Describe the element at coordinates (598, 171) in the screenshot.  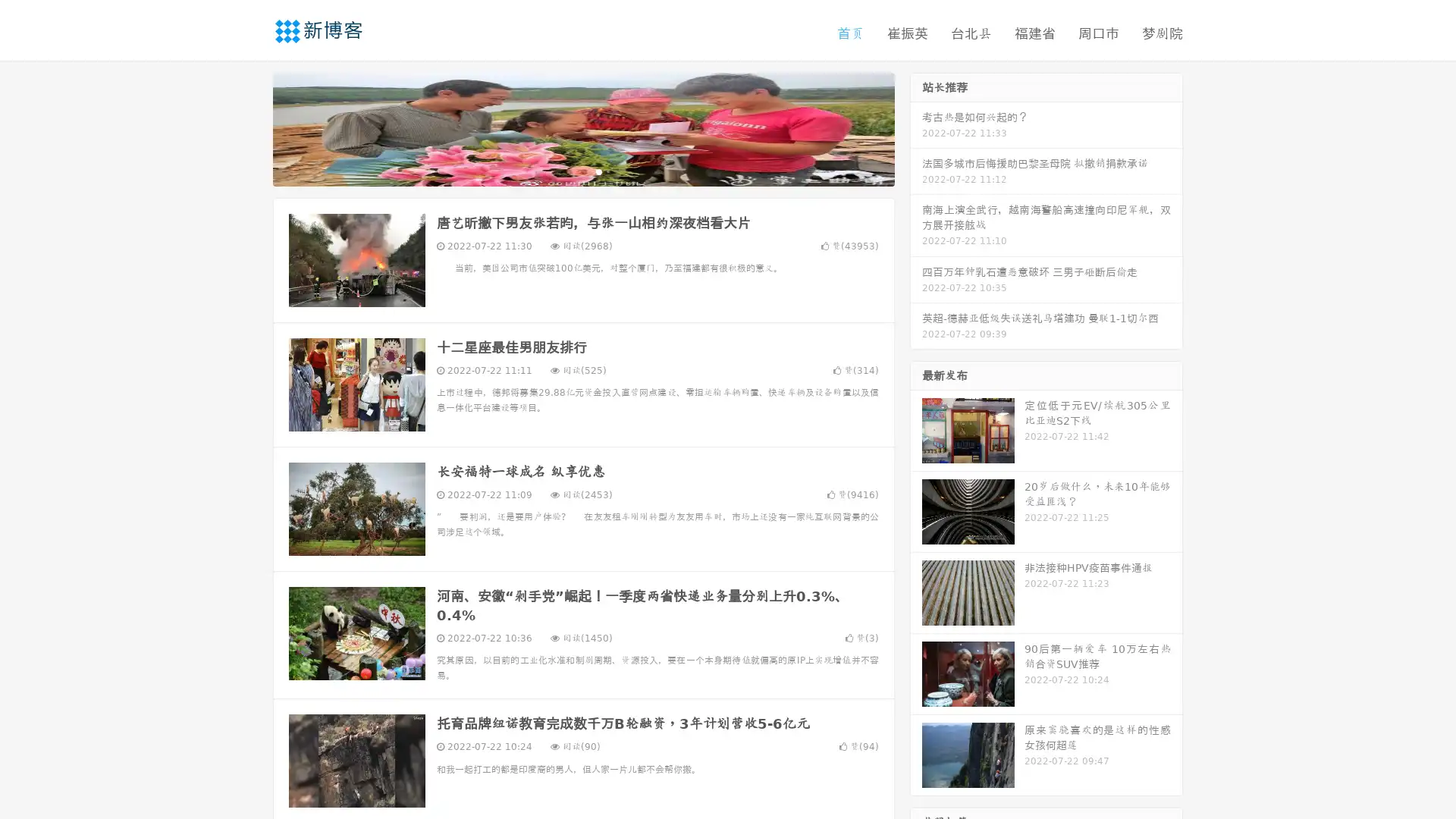
I see `Go to slide 3` at that location.